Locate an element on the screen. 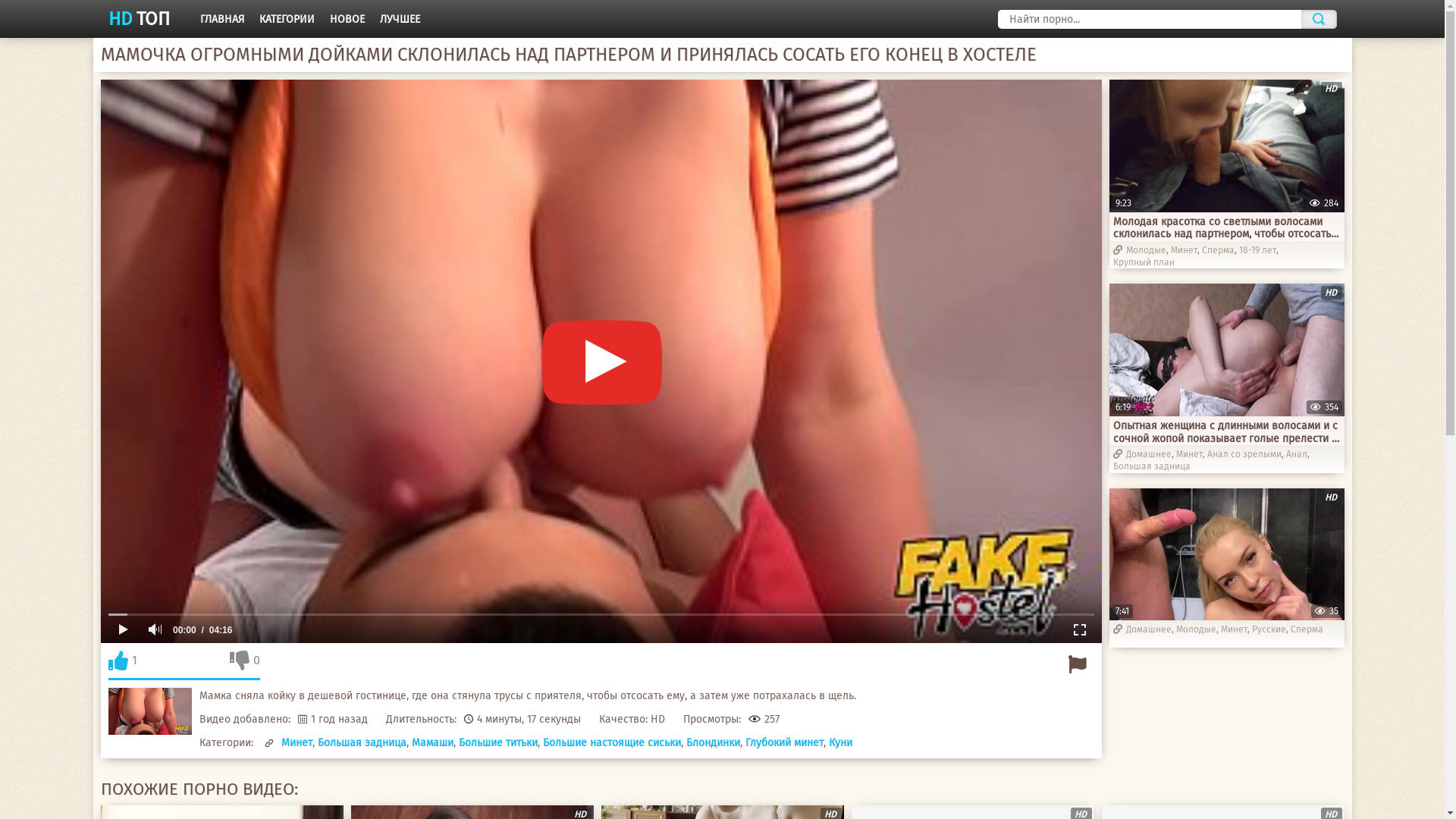  'HD is located at coordinates (1226, 554).